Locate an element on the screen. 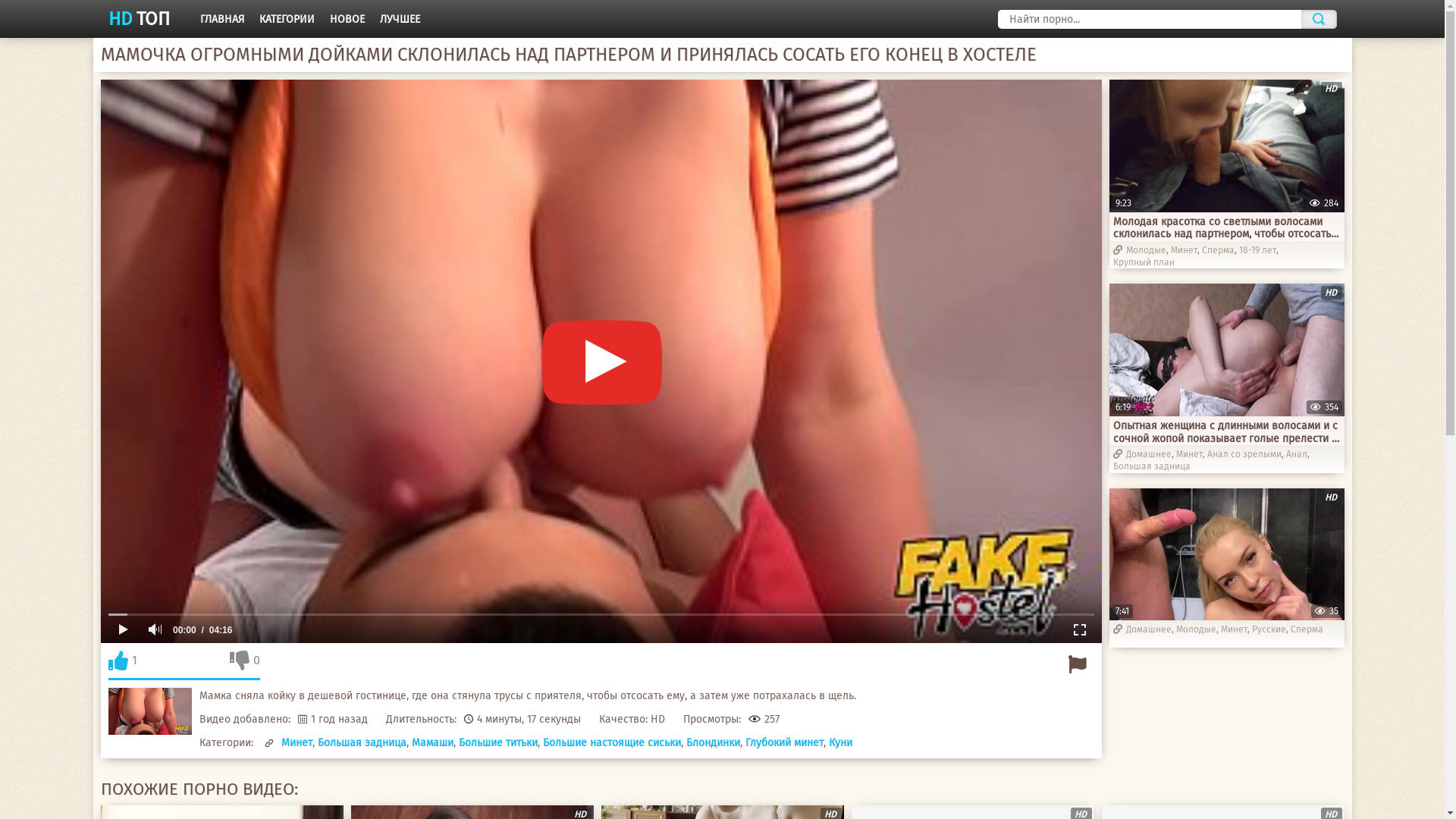  'HD is located at coordinates (1226, 554).